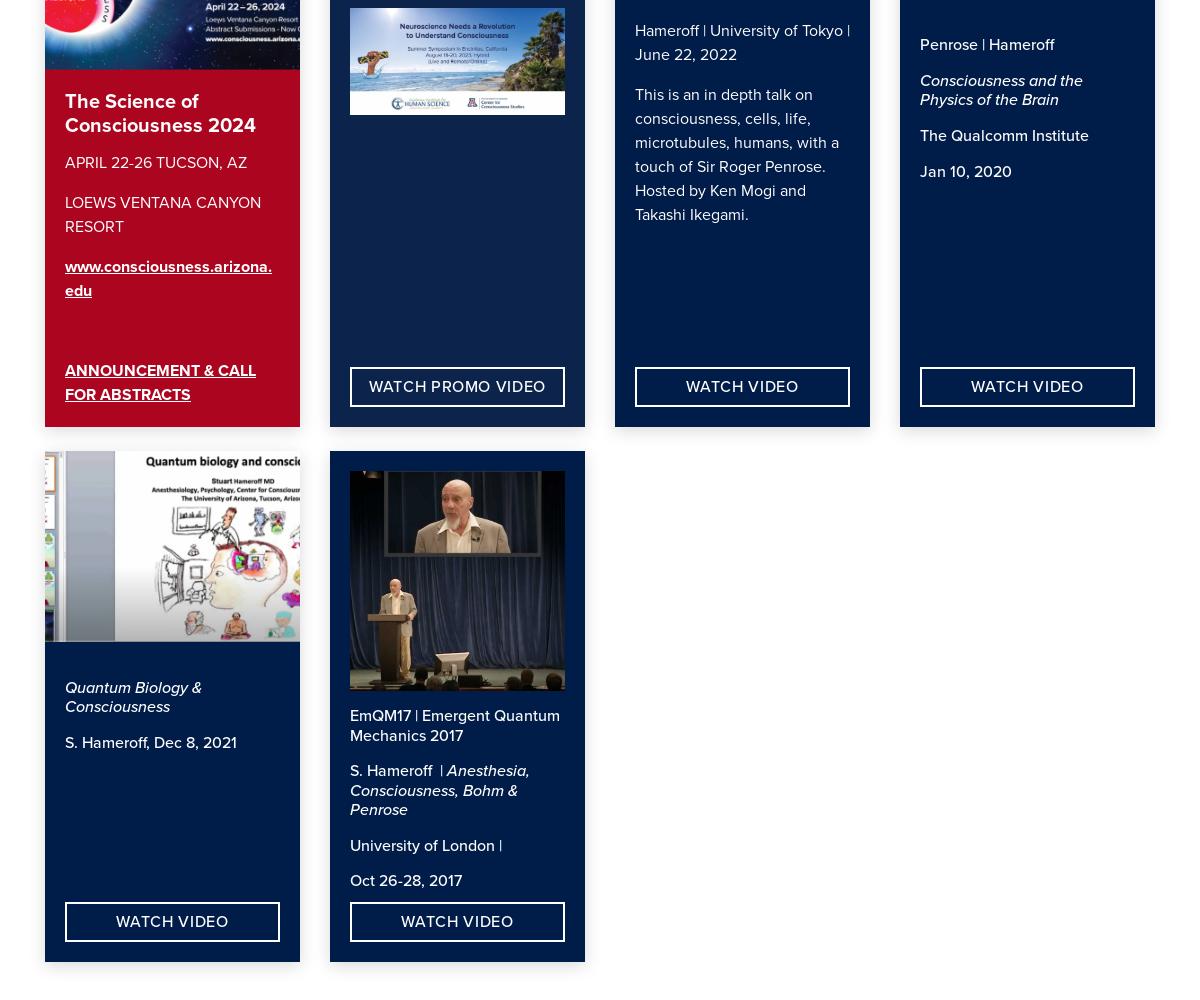 The width and height of the screenshot is (1200, 1000). I want to click on 'The Science of Consciousness 2024', so click(159, 112).